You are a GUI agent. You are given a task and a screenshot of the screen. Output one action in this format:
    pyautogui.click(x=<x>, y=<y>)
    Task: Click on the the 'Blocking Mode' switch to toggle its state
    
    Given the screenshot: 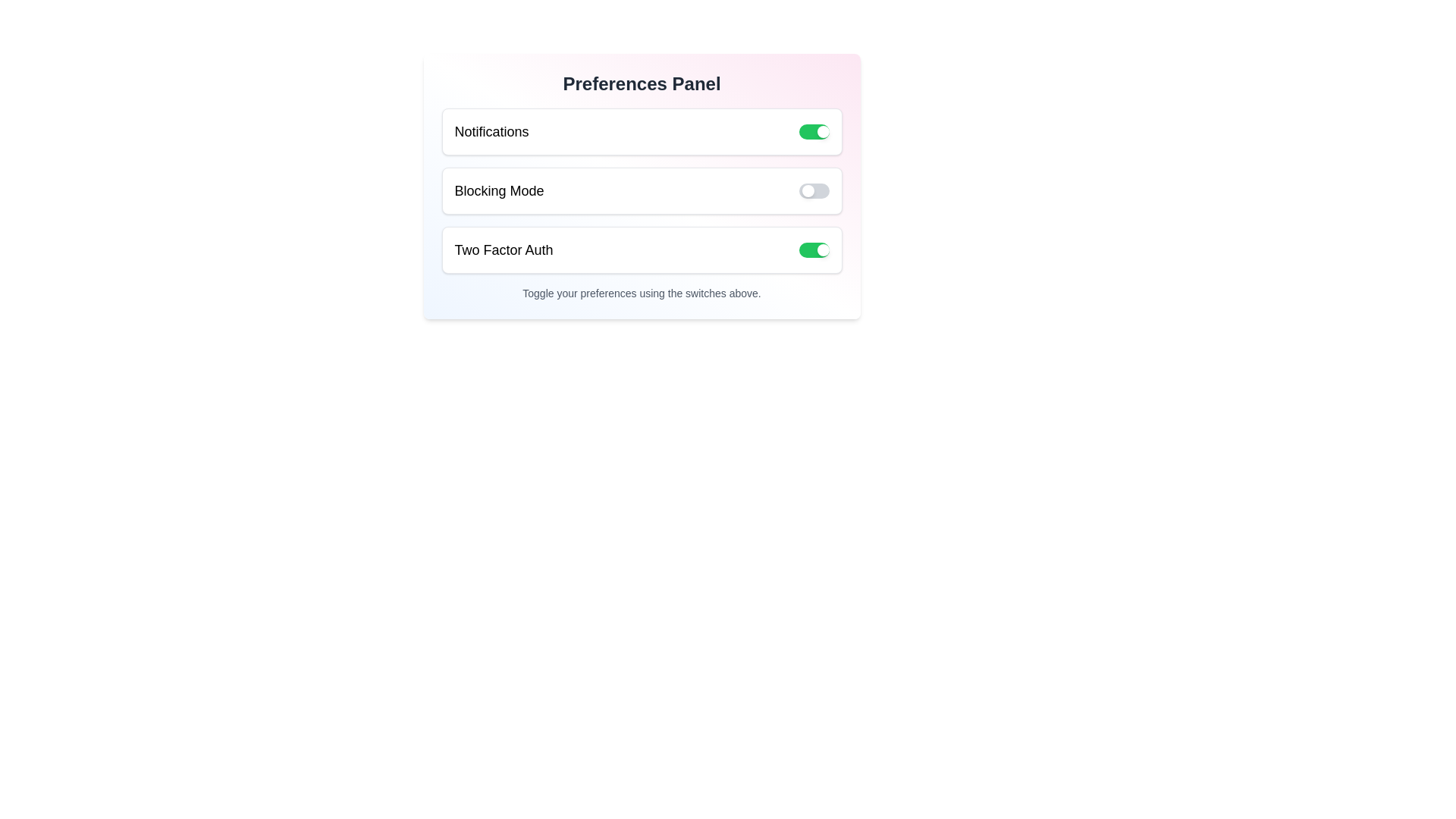 What is the action you would take?
    pyautogui.click(x=813, y=190)
    